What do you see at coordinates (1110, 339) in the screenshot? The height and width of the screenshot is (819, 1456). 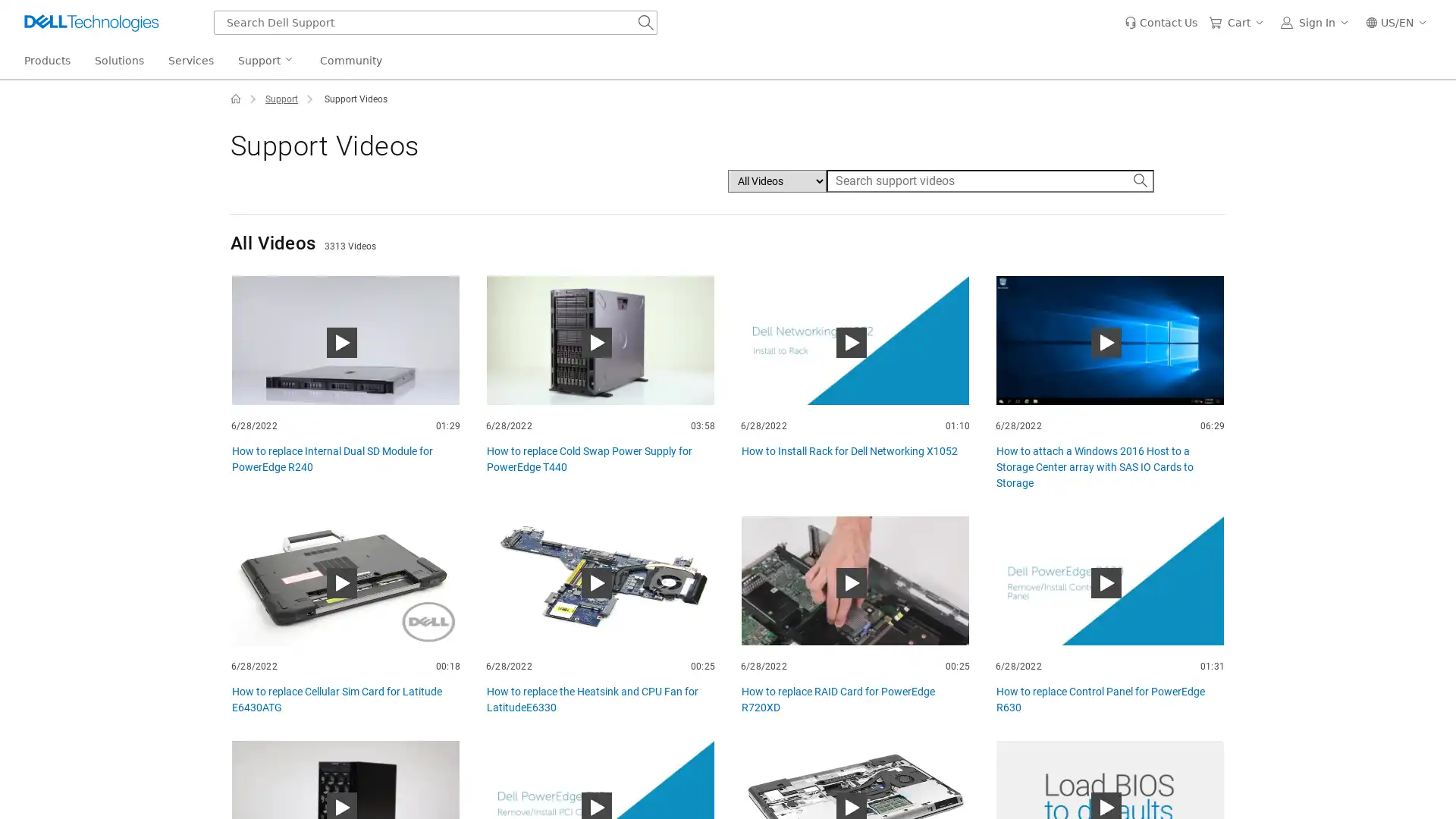 I see `How to attach a Windows 2016 Host to a Storage Center array with SAS IO Cards to Storage Play` at bounding box center [1110, 339].